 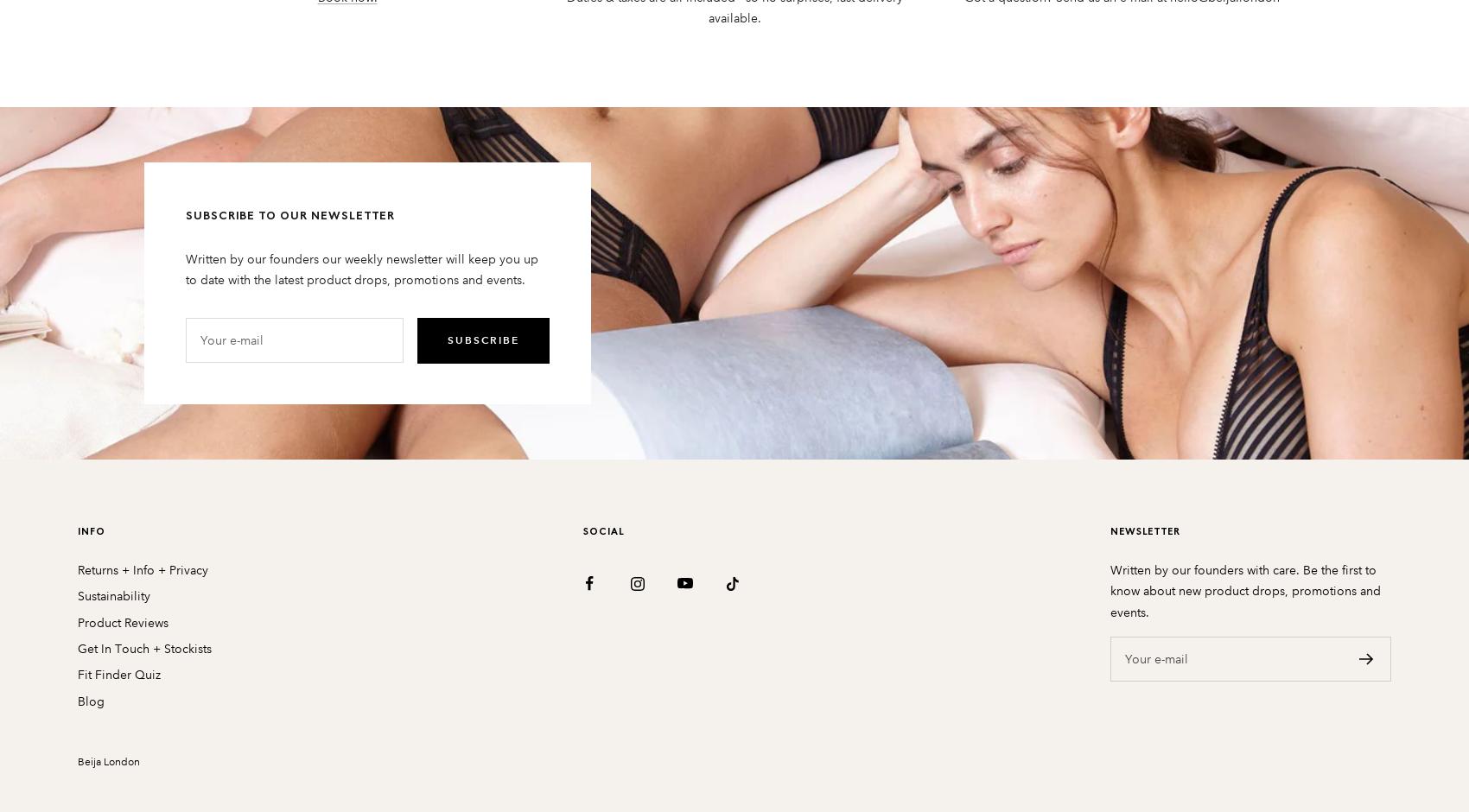 What do you see at coordinates (142, 569) in the screenshot?
I see `'Returns + Info + Privacy'` at bounding box center [142, 569].